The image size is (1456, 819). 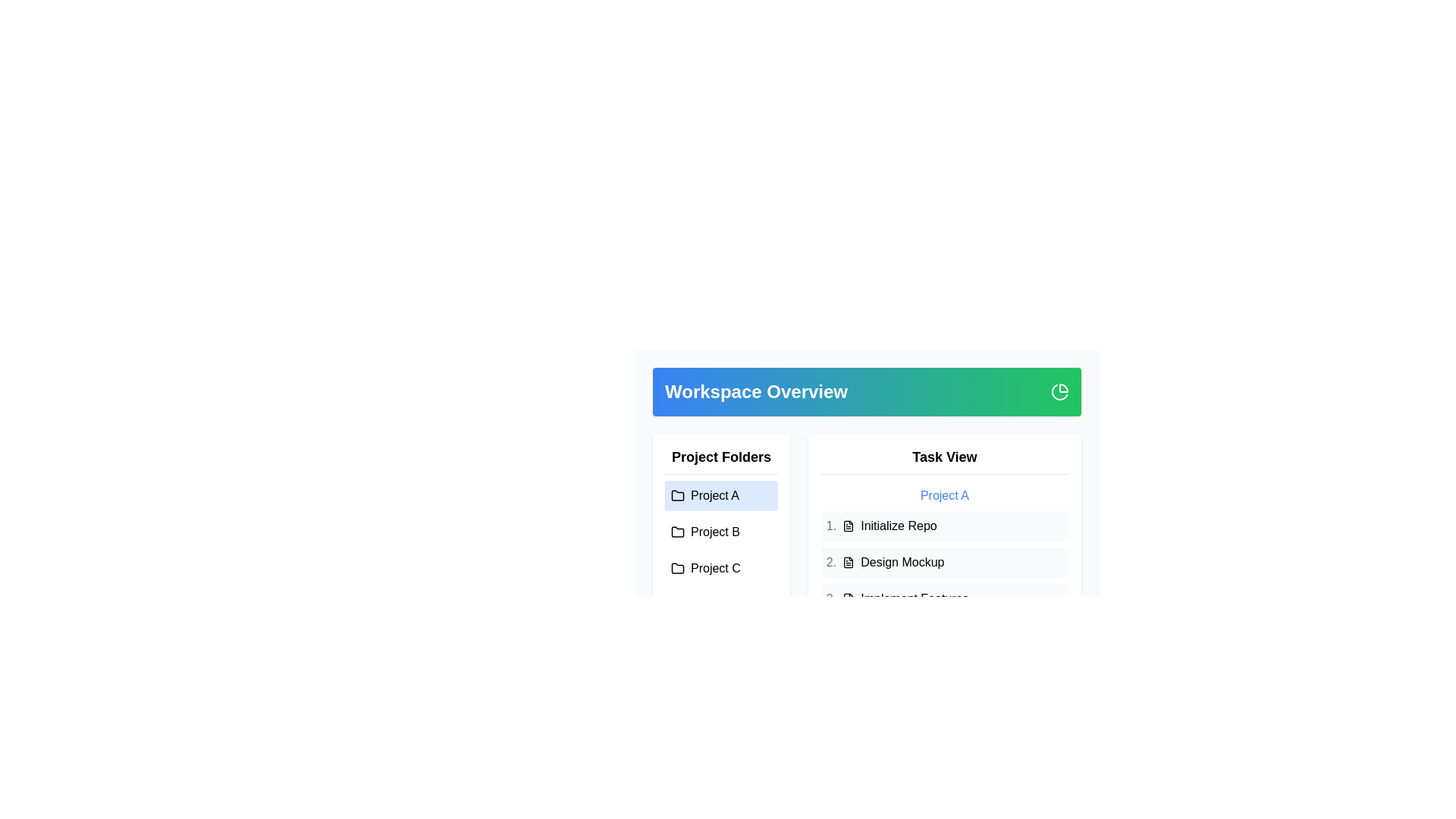 What do you see at coordinates (676, 568) in the screenshot?
I see `the style of the folder icon representing 'Project C' located under the 'Project Folders' section, positioned in the bottom-left corner of the main interface` at bounding box center [676, 568].